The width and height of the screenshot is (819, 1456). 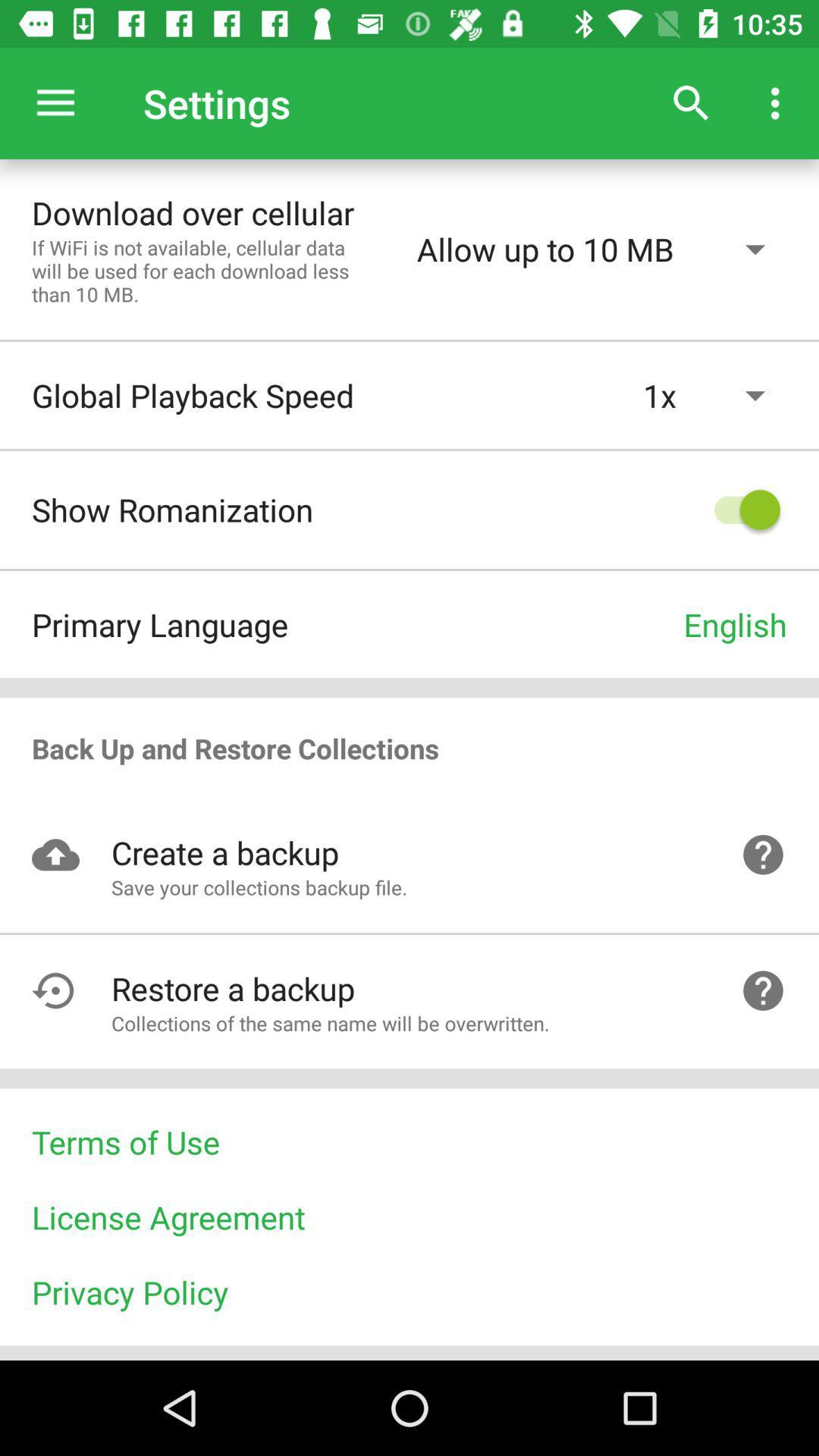 I want to click on the visibility icon, so click(x=55, y=855).